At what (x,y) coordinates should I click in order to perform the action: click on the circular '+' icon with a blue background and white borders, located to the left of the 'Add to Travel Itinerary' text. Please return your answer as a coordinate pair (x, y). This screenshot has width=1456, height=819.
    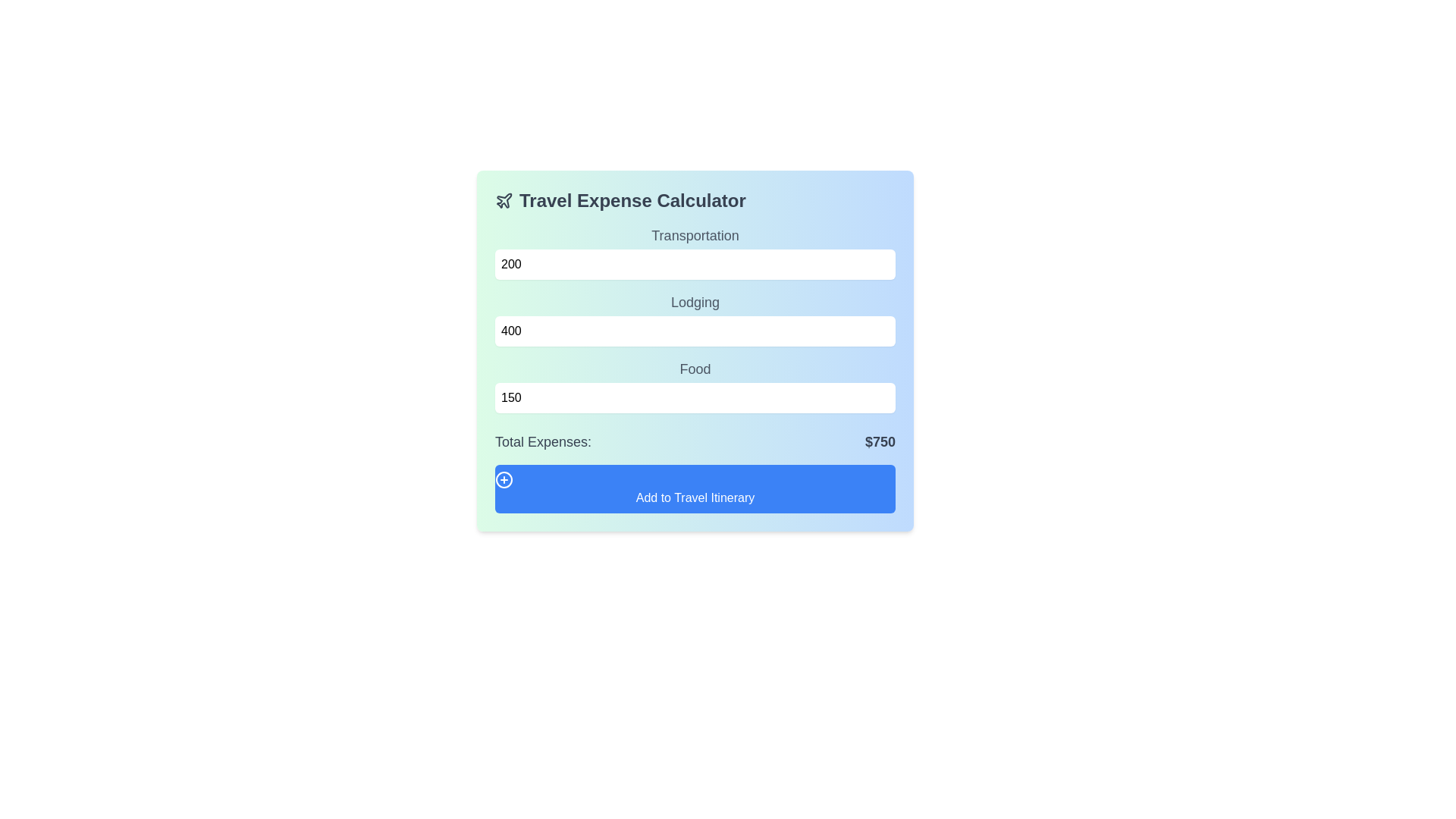
    Looking at the image, I should click on (504, 479).